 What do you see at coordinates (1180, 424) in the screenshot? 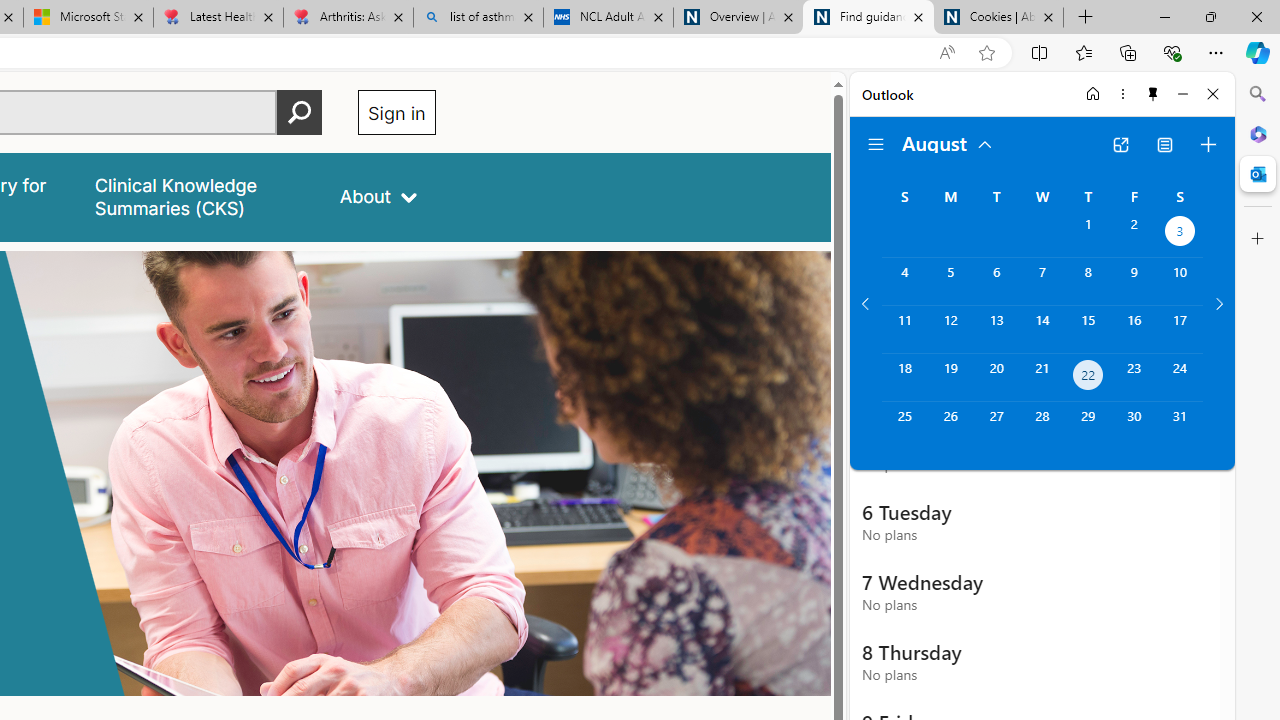
I see `'Saturday, August 31, 2024. '` at bounding box center [1180, 424].